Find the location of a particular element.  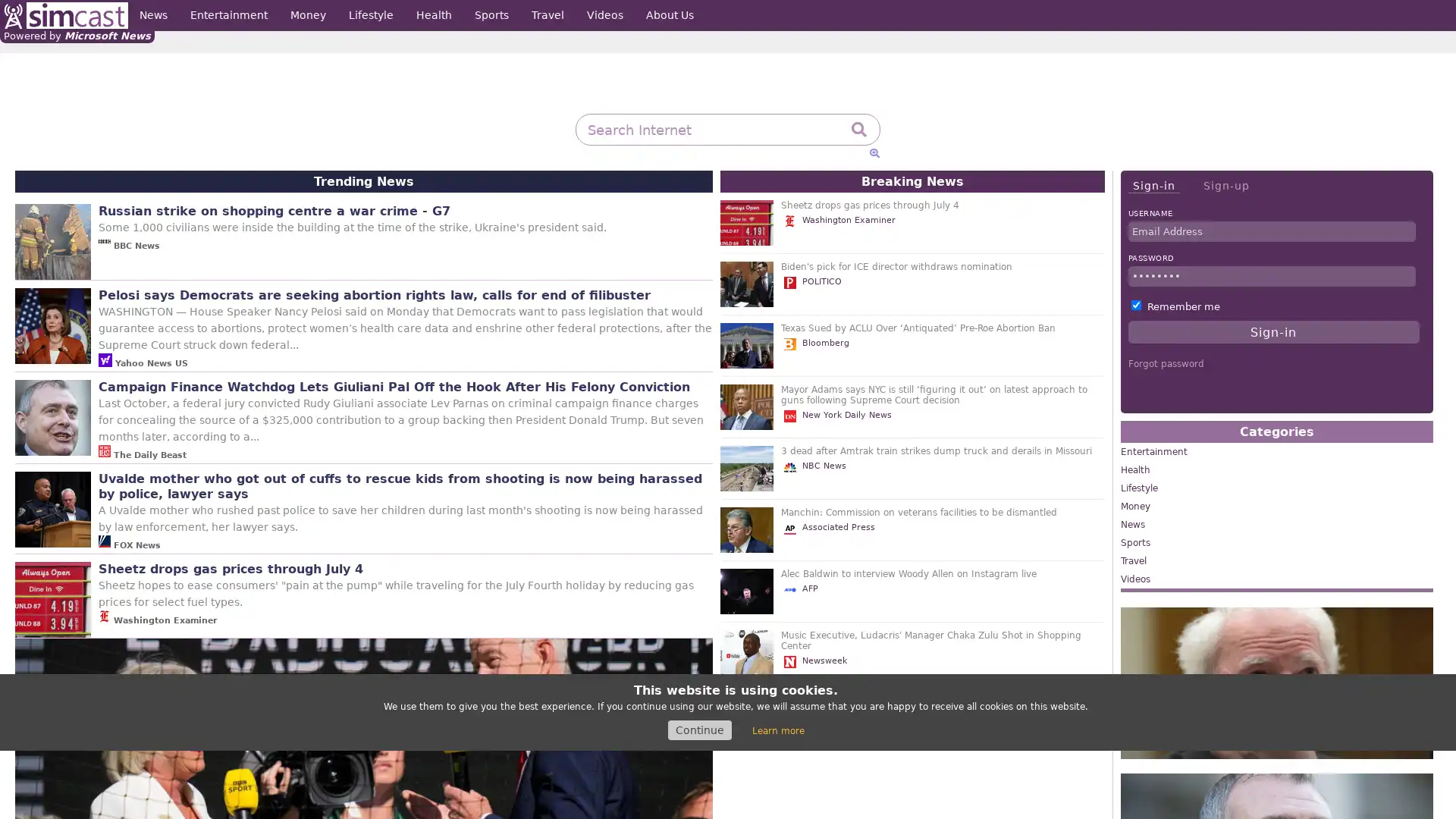

Sign-in is located at coordinates (1273, 331).